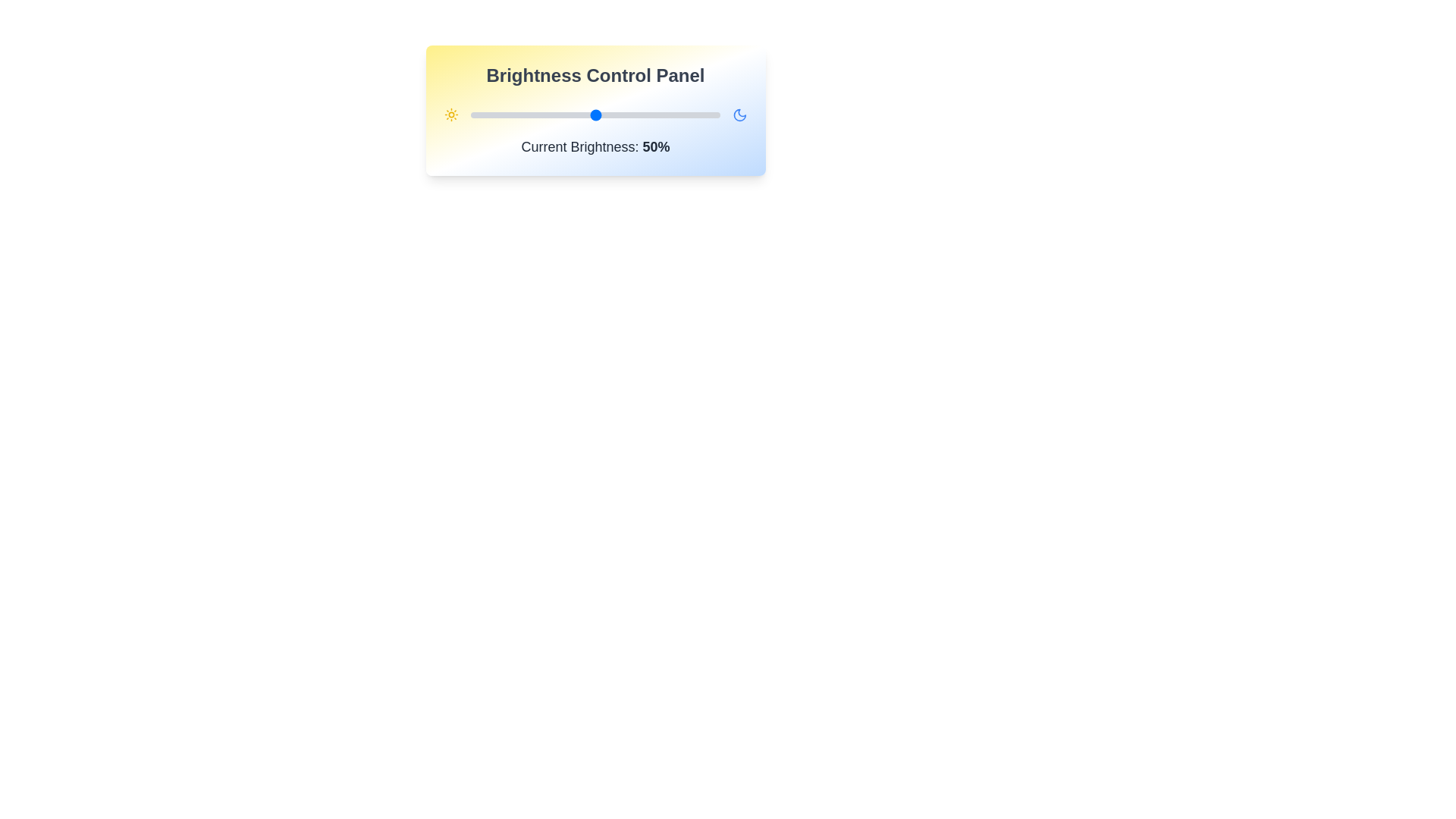 This screenshot has height=819, width=1456. What do you see at coordinates (739, 114) in the screenshot?
I see `the blue crescent moon icon located on the far right side of the brightness control panel` at bounding box center [739, 114].